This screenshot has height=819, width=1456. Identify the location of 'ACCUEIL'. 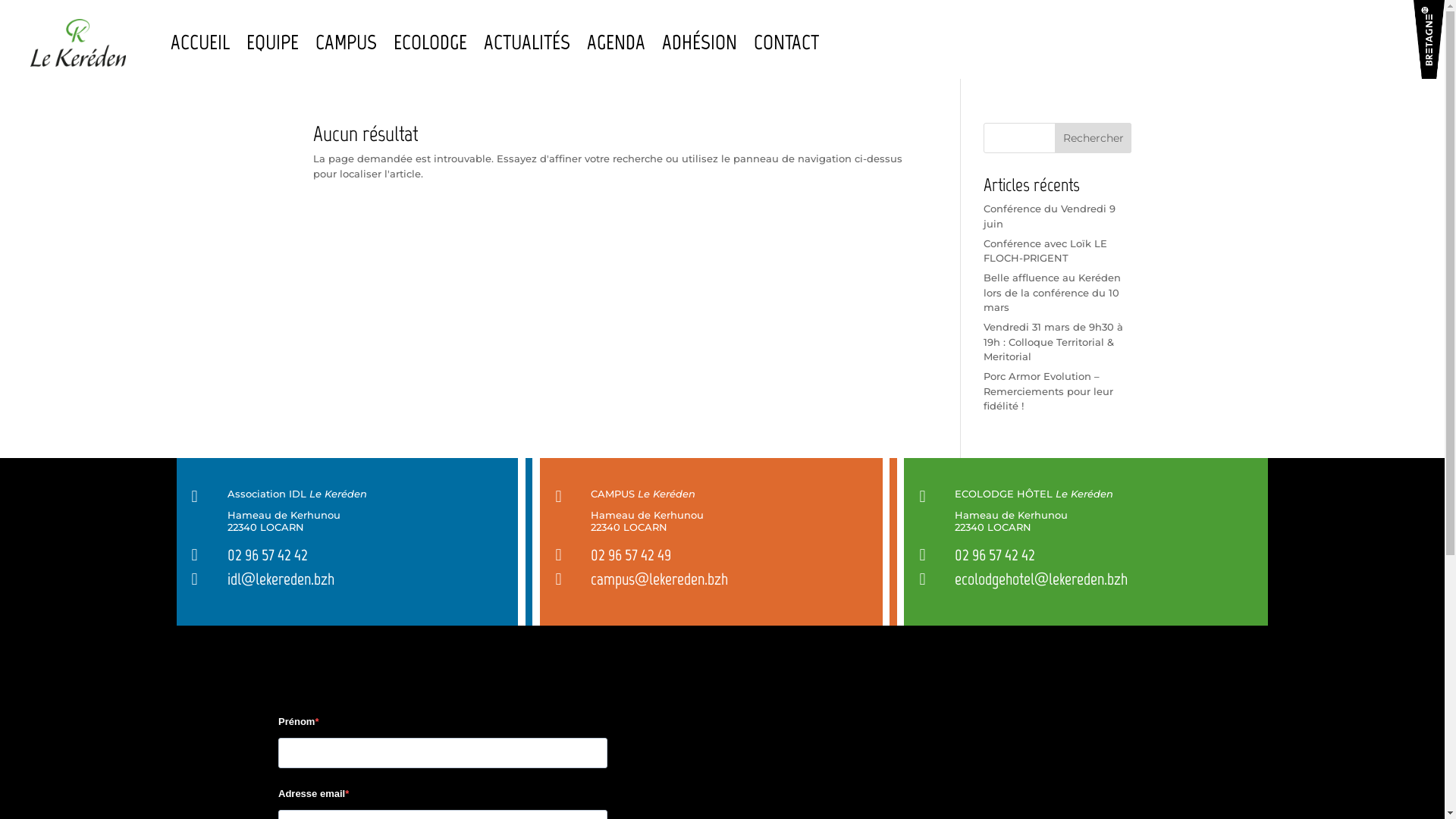
(199, 42).